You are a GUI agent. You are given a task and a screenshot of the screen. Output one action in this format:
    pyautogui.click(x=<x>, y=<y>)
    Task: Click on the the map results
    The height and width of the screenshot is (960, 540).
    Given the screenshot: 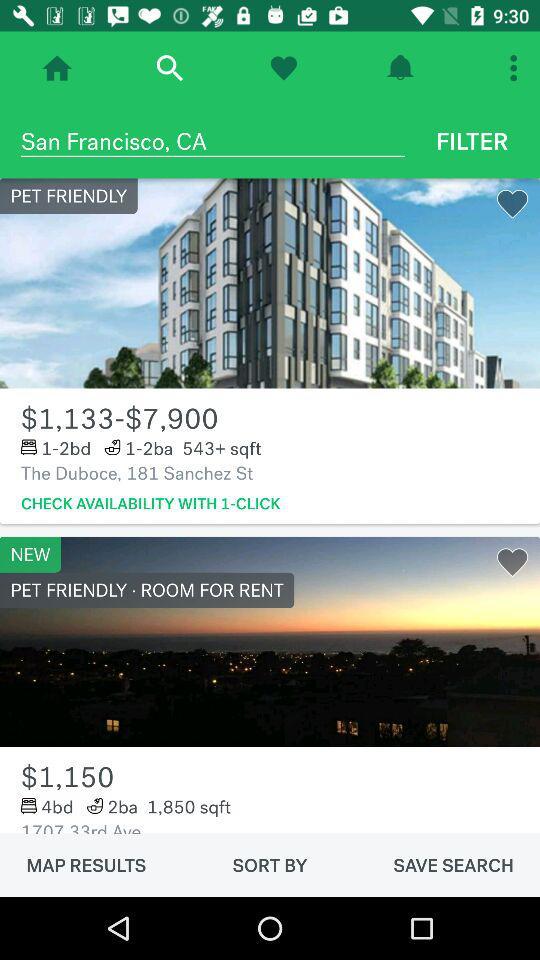 What is the action you would take?
    pyautogui.click(x=85, y=864)
    